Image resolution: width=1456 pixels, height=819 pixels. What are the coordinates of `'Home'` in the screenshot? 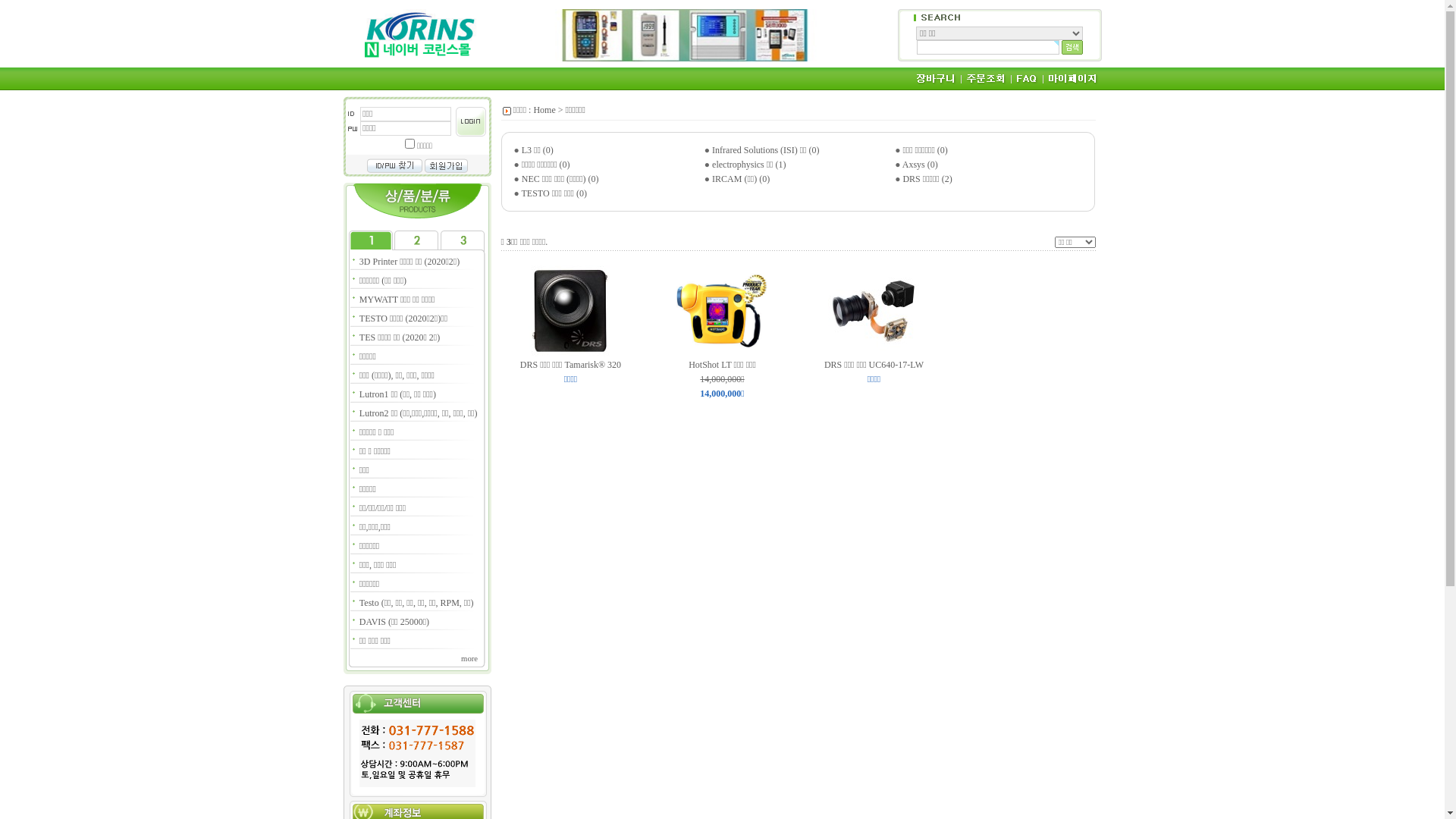 It's located at (544, 109).